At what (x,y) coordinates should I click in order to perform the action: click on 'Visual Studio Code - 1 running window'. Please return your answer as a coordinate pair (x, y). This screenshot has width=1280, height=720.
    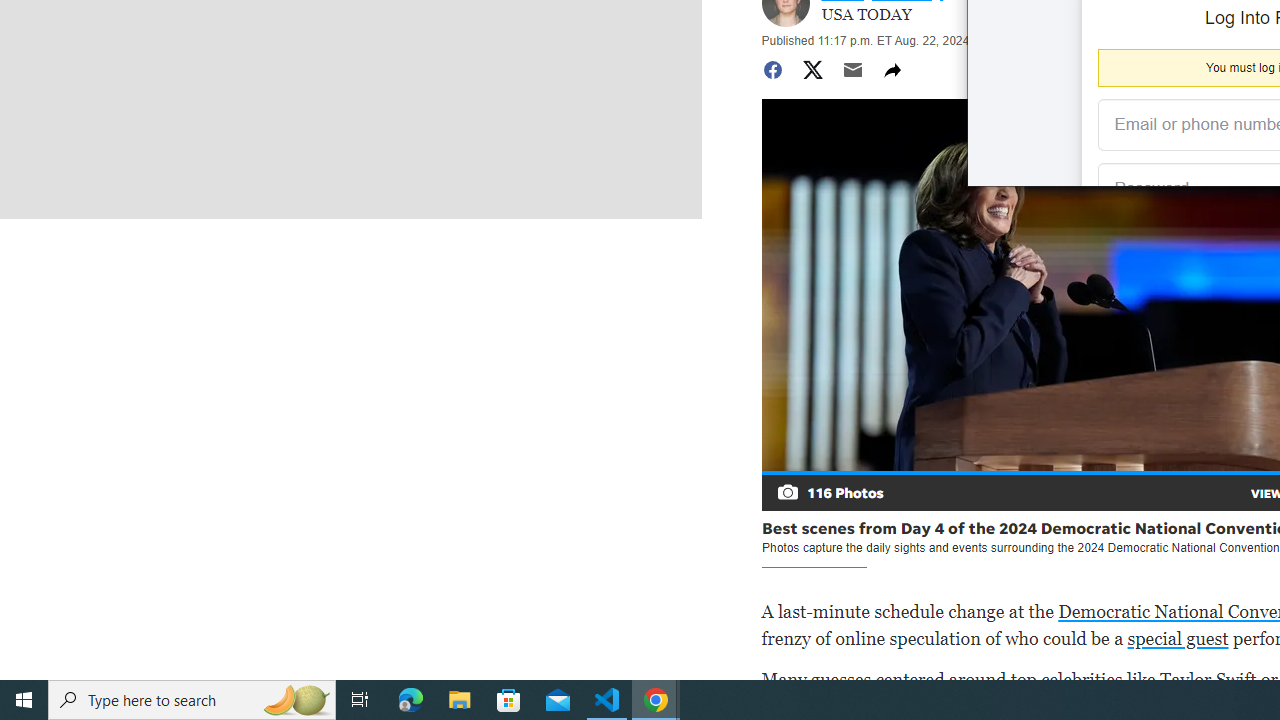
    Looking at the image, I should click on (606, 698).